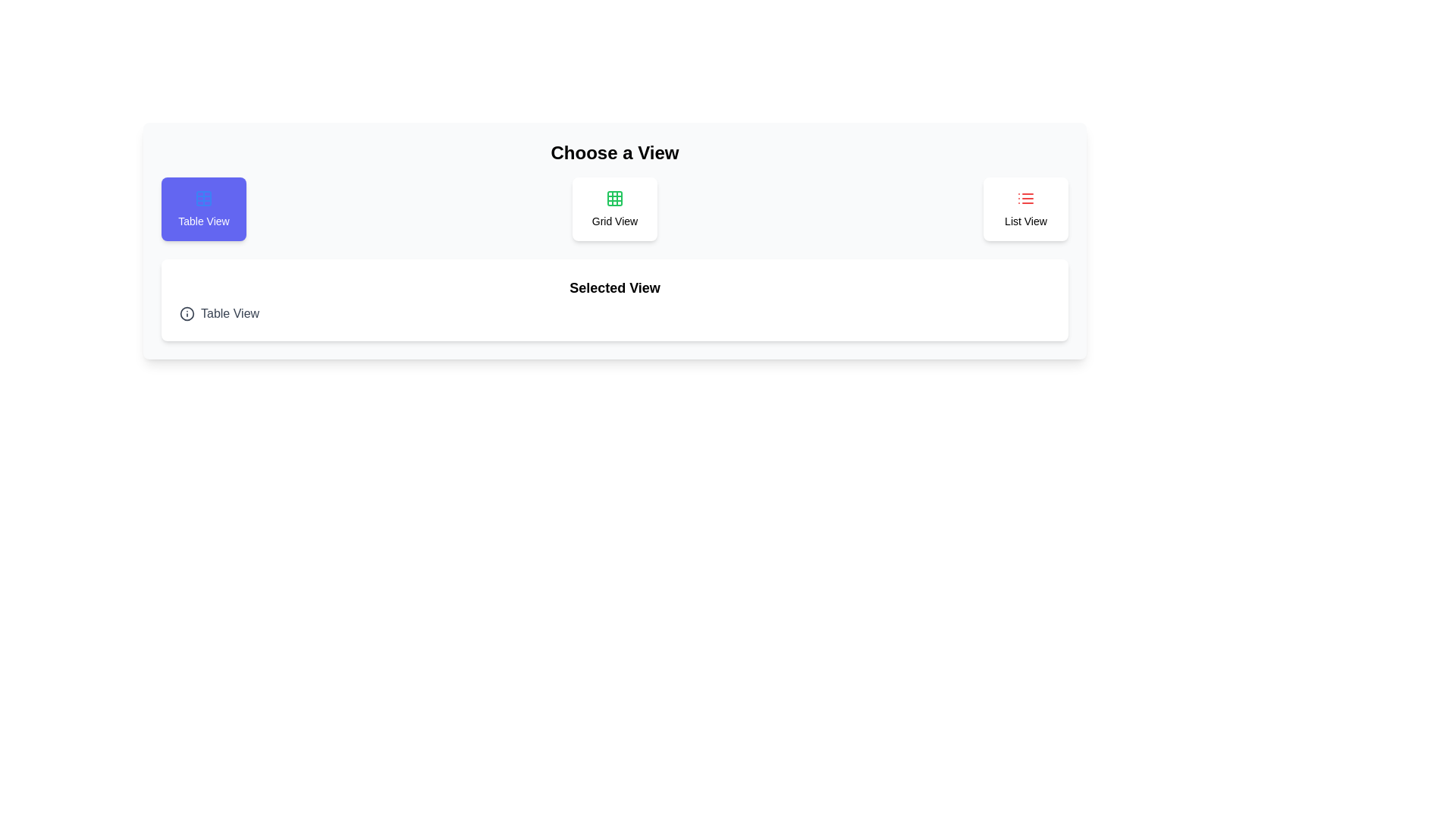 The width and height of the screenshot is (1456, 819). Describe the element at coordinates (615, 209) in the screenshot. I see `the 'Grid View' button, which is the second button in a horizontal arrangement and features a green grid icon and the text 'Grid View'` at that location.